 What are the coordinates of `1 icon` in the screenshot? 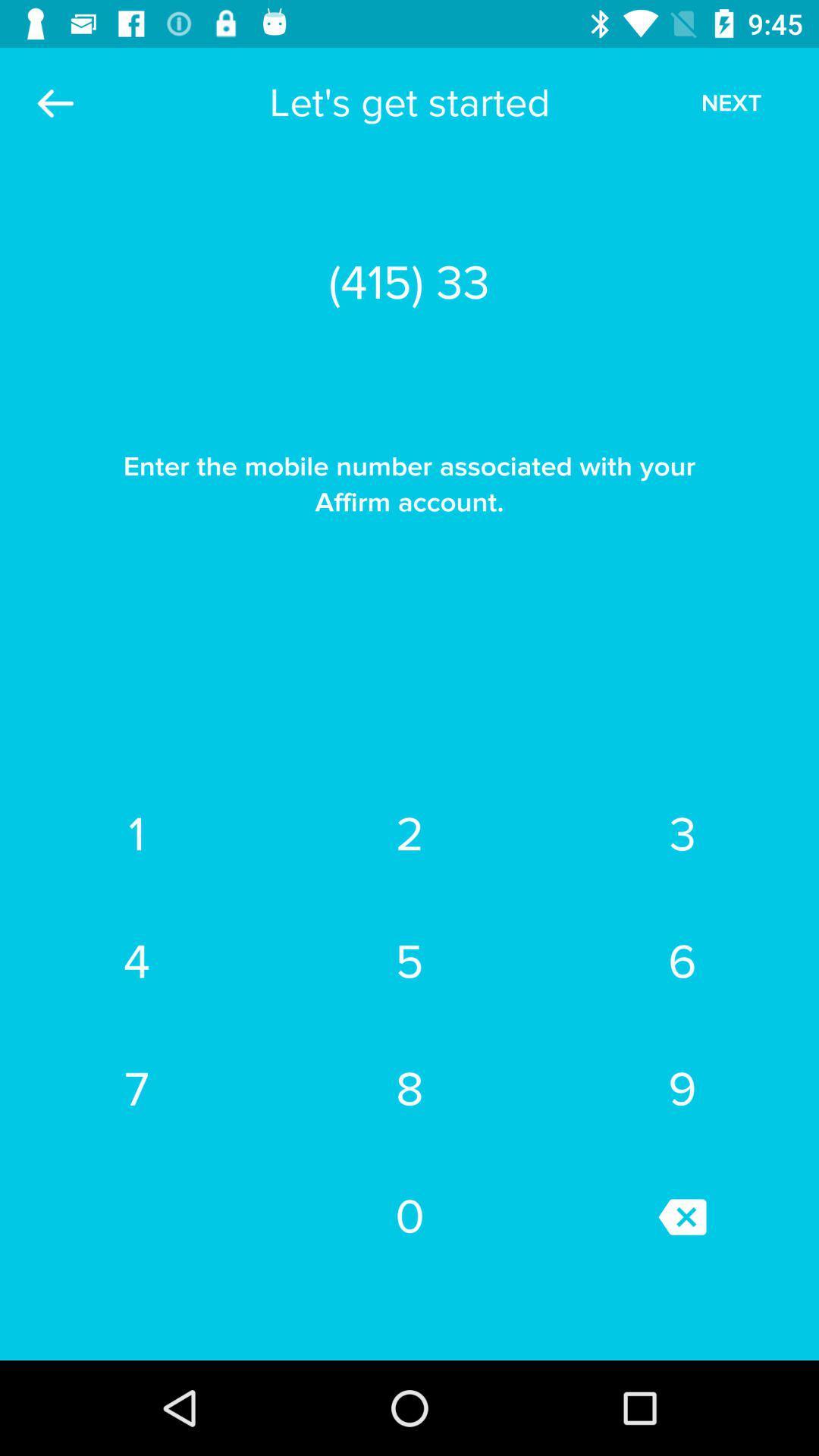 It's located at (136, 833).